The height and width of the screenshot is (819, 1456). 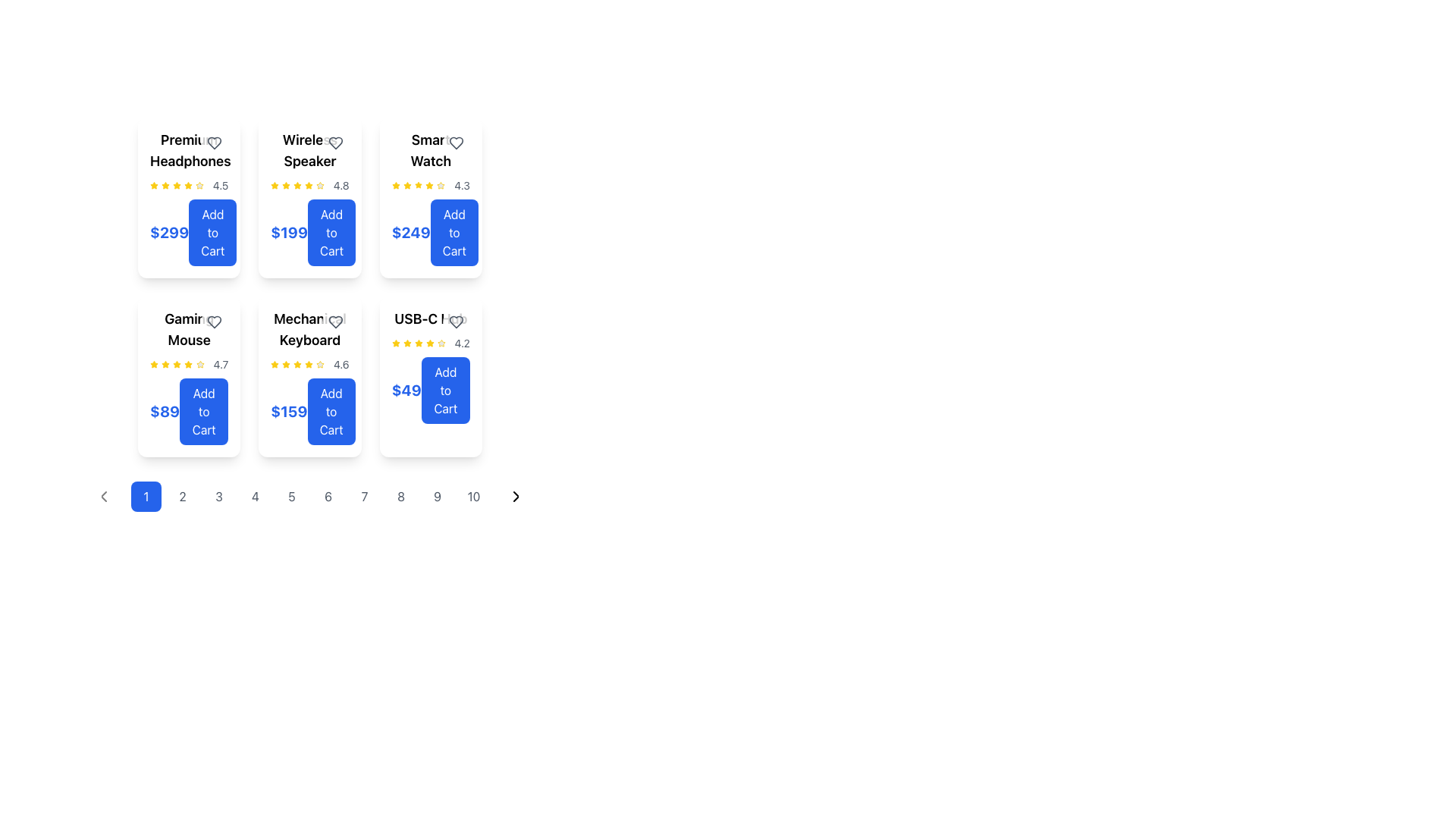 I want to click on the third yellow star-shaped icon in the rating system for the 'Gamir Mouse' product card, so click(x=165, y=365).